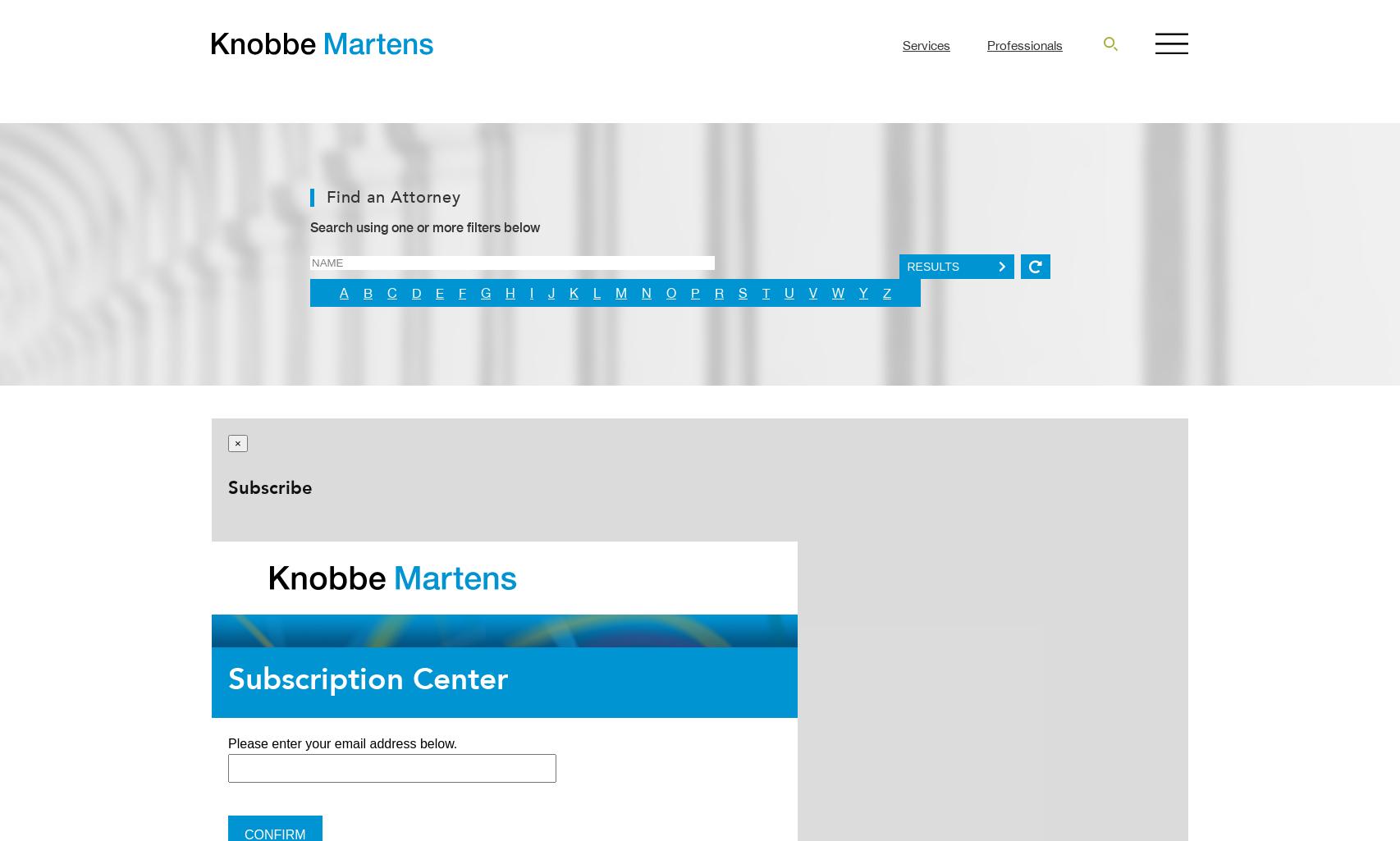  I want to click on 'Z', so click(882, 292).